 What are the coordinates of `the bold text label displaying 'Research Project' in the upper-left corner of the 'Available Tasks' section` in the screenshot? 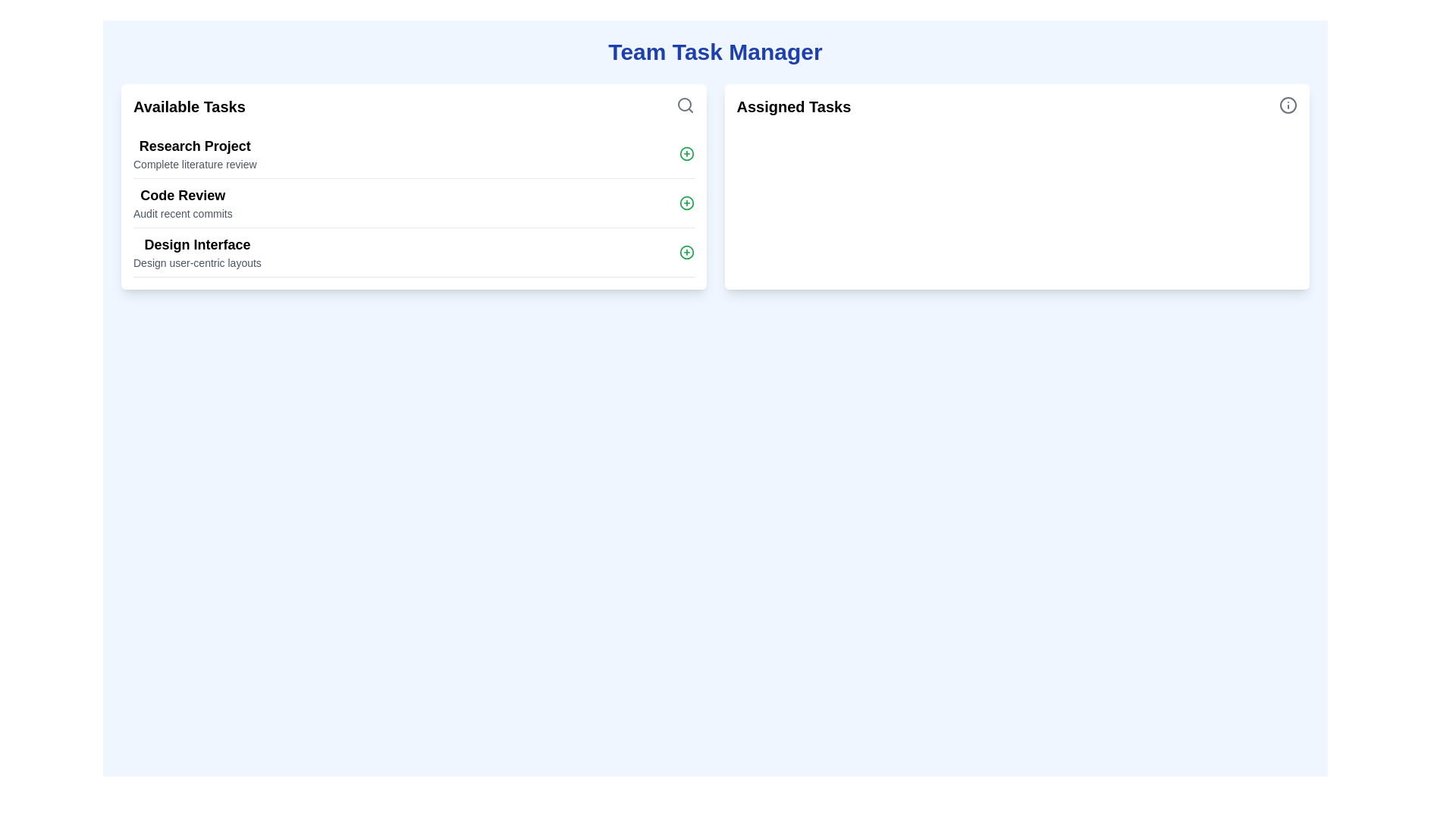 It's located at (194, 146).